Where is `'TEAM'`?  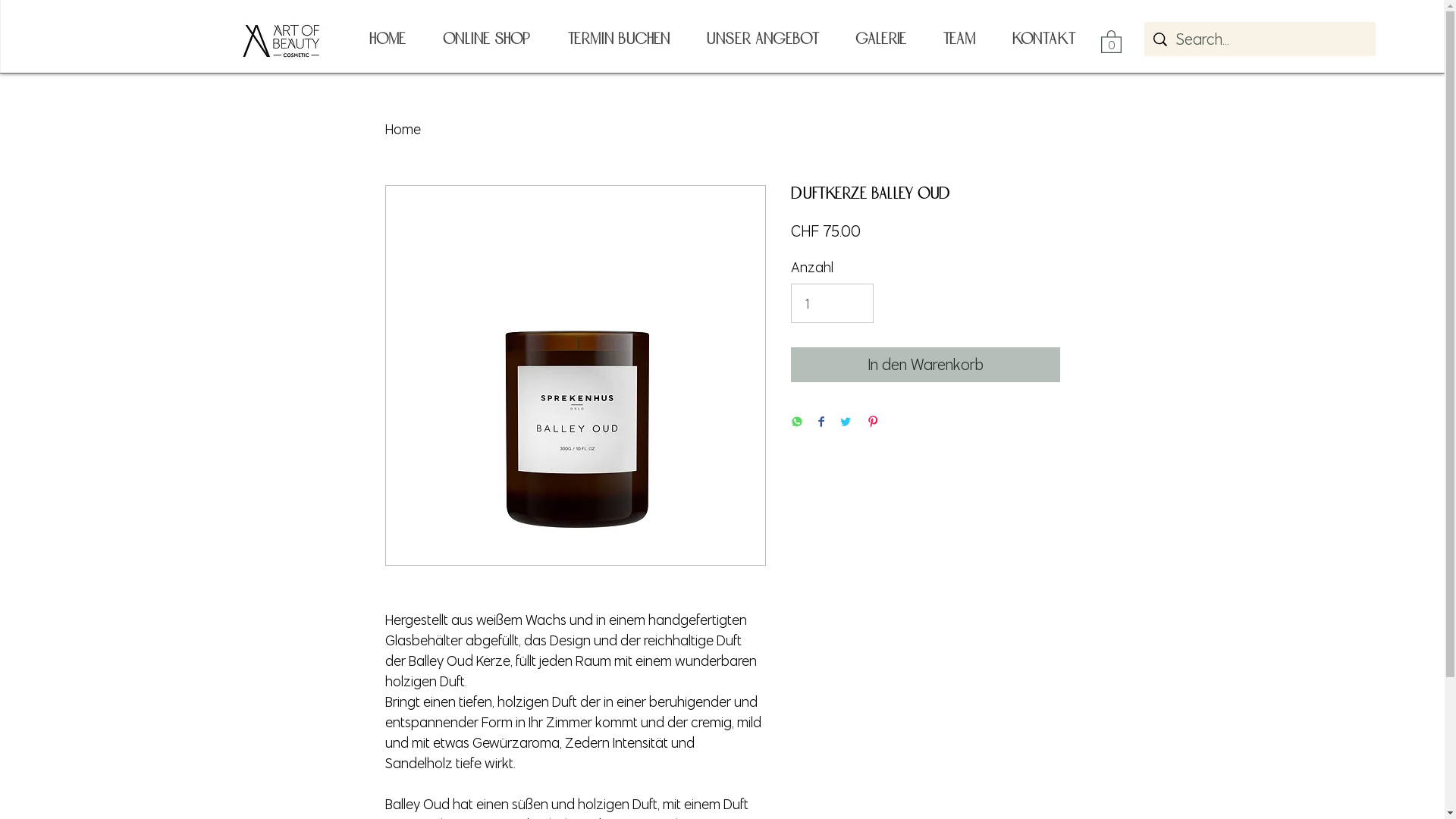 'TEAM' is located at coordinates (957, 38).